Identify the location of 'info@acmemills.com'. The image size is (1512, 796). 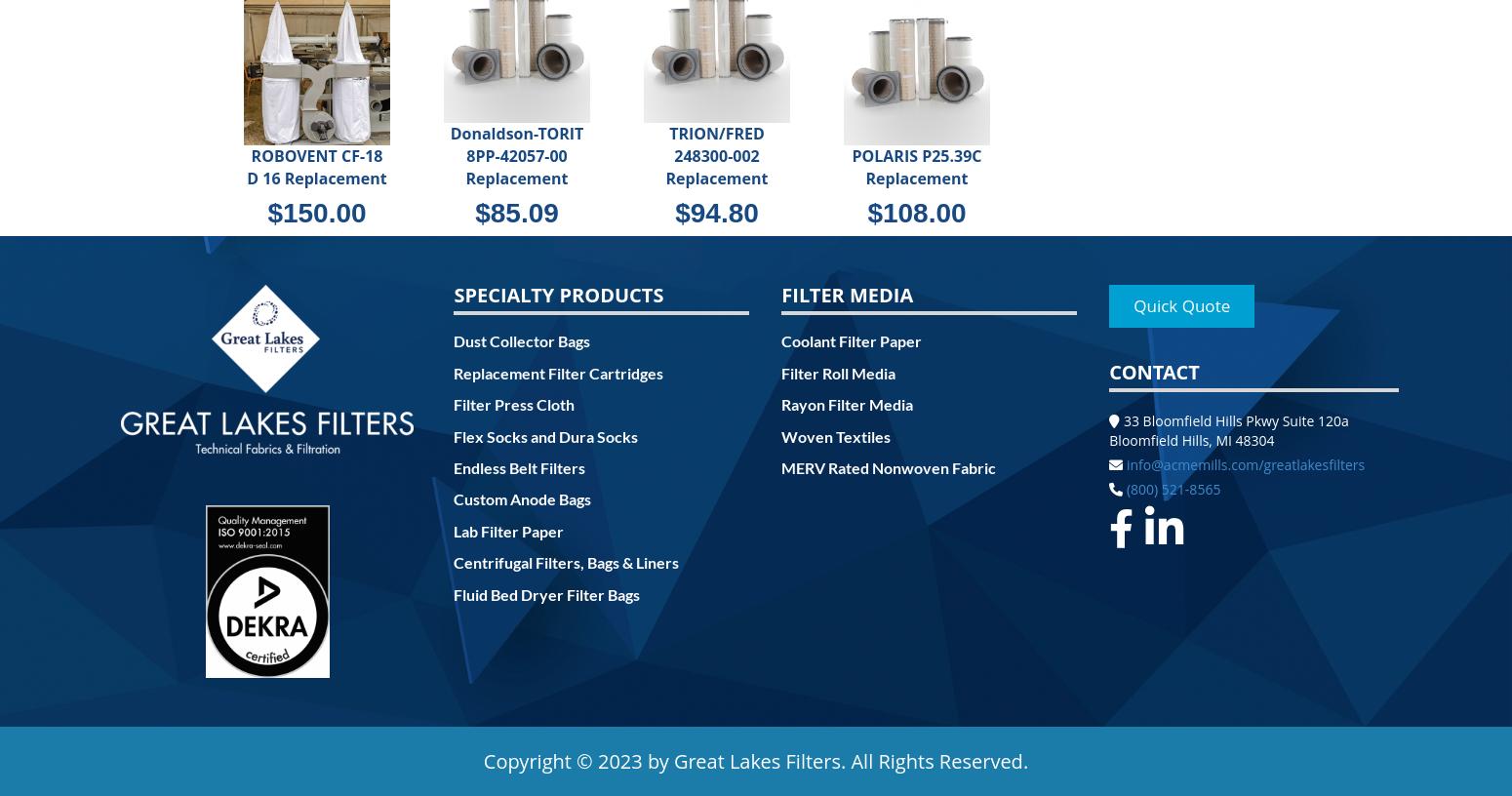
(1192, 463).